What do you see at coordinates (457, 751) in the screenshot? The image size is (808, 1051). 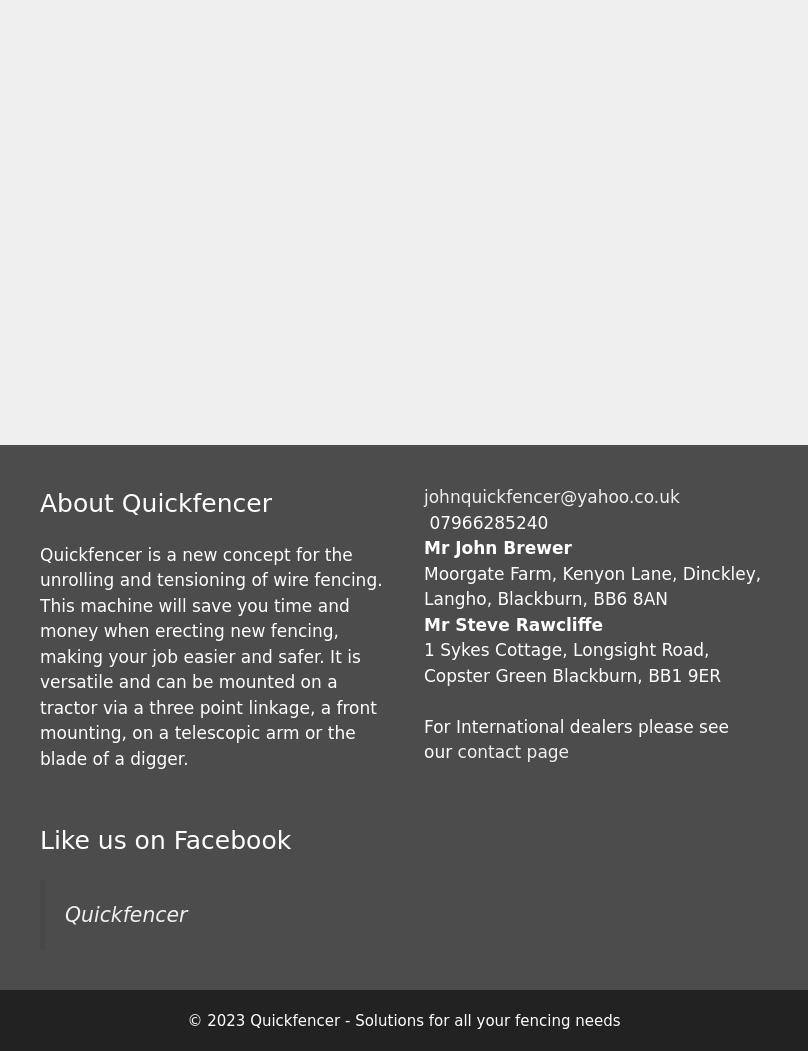 I see `'contact page'` at bounding box center [457, 751].